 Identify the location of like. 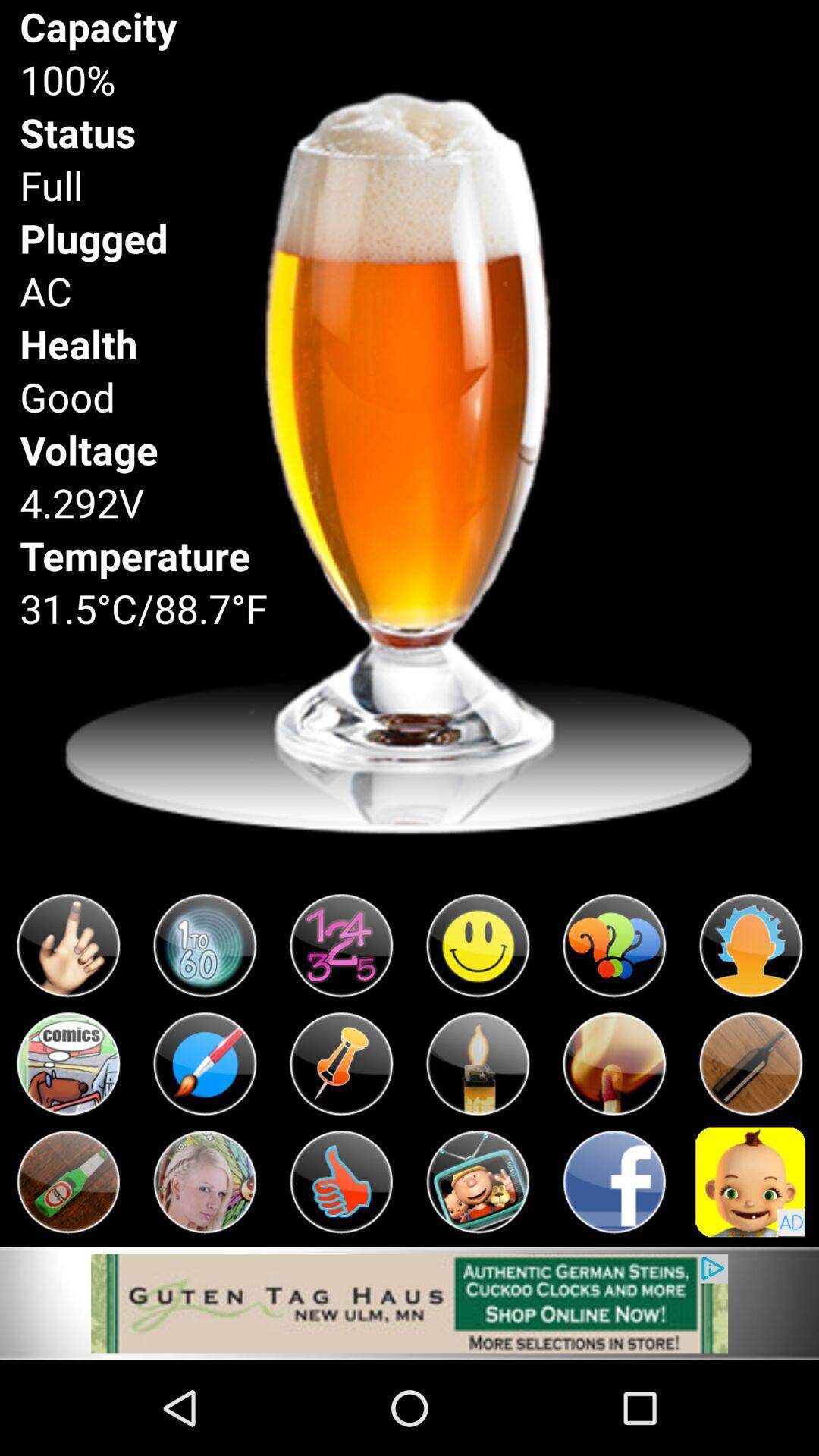
(341, 1181).